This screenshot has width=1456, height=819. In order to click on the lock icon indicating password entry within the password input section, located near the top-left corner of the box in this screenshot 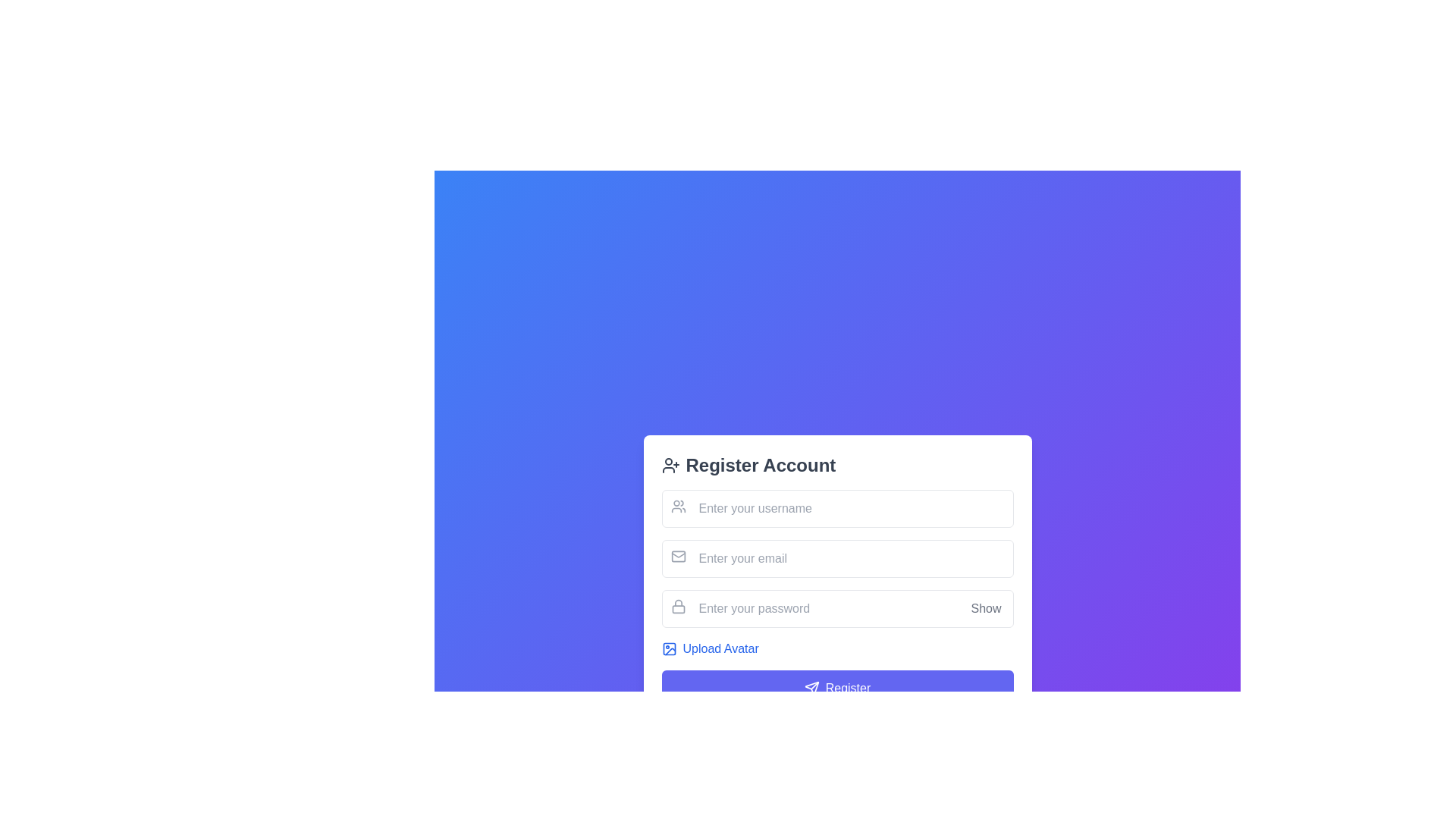, I will do `click(677, 605)`.